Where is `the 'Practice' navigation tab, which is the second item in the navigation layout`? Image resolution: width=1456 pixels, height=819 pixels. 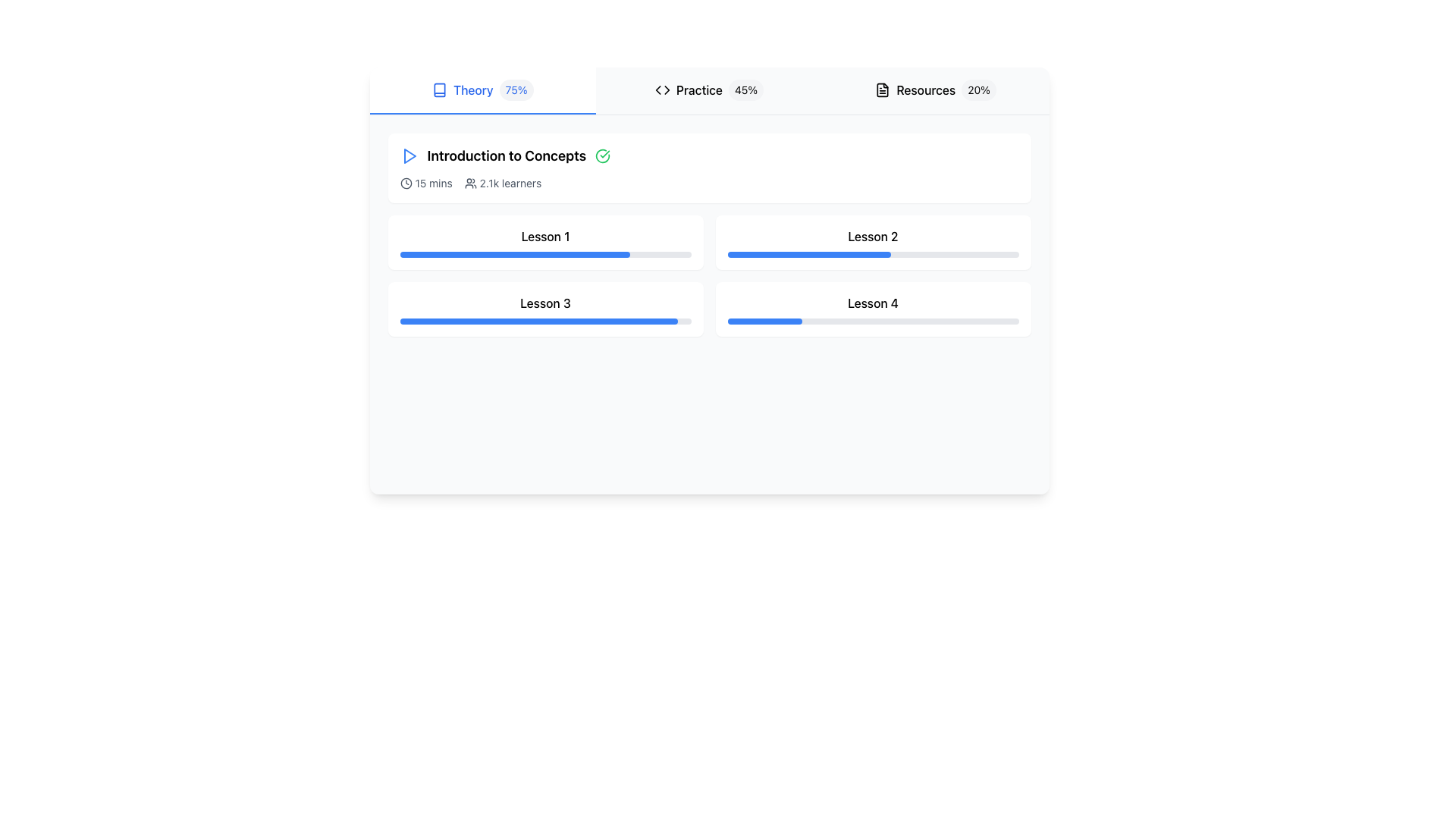
the 'Practice' navigation tab, which is the second item in the navigation layout is located at coordinates (708, 90).